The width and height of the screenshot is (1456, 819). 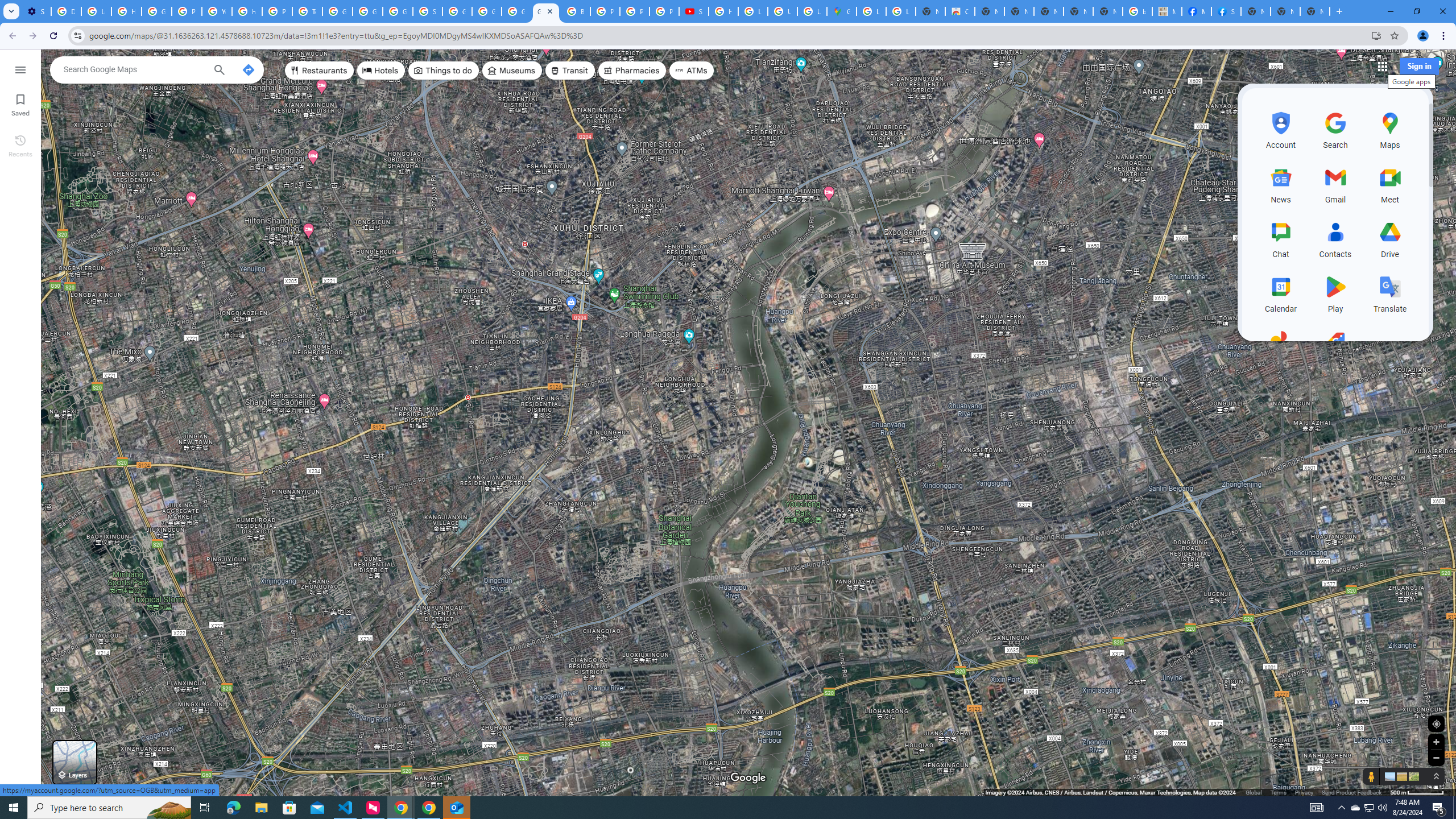 I want to click on 'Show Your Location', so click(x=1436, y=723).